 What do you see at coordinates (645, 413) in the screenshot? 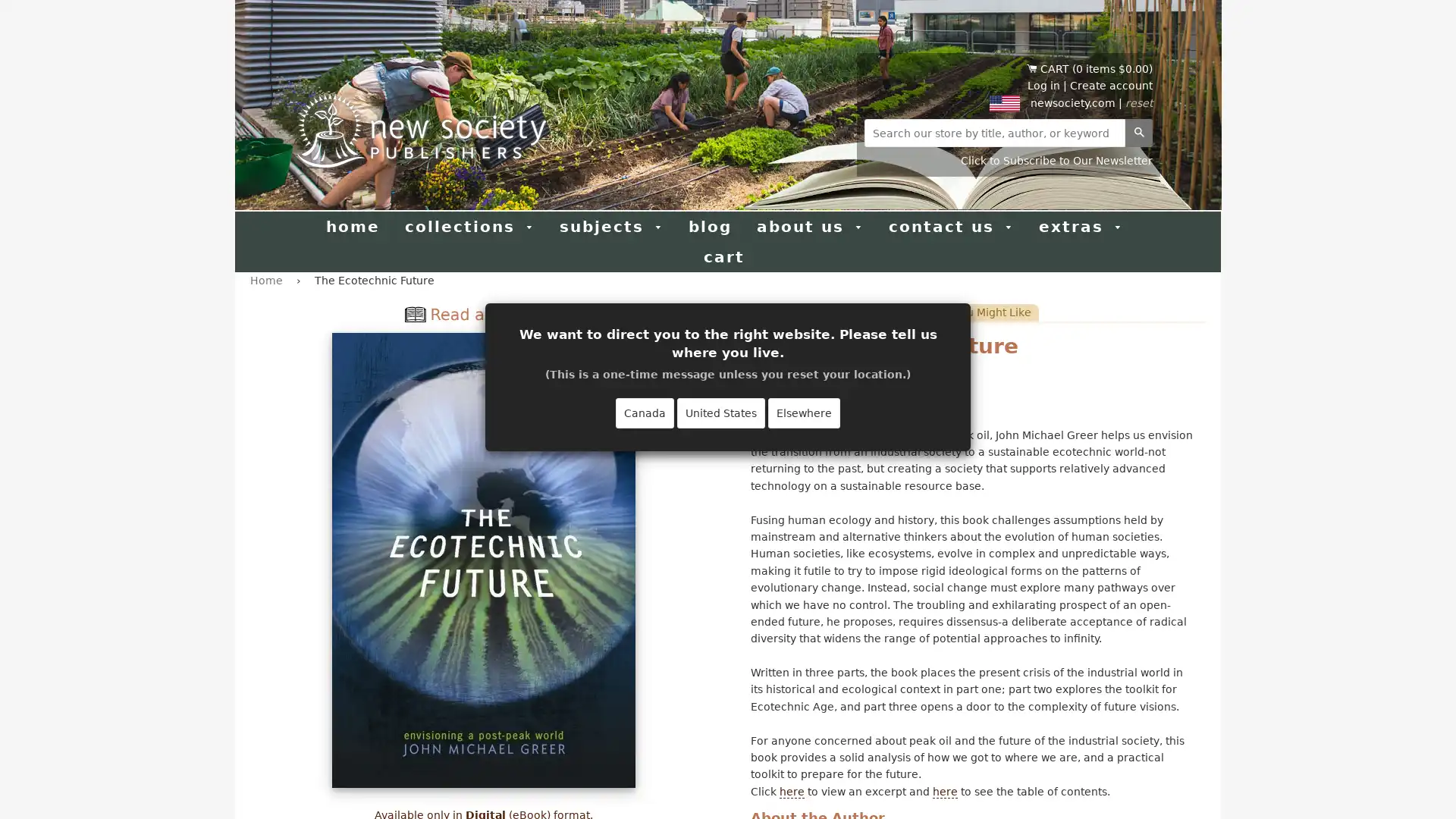
I see `Canada` at bounding box center [645, 413].